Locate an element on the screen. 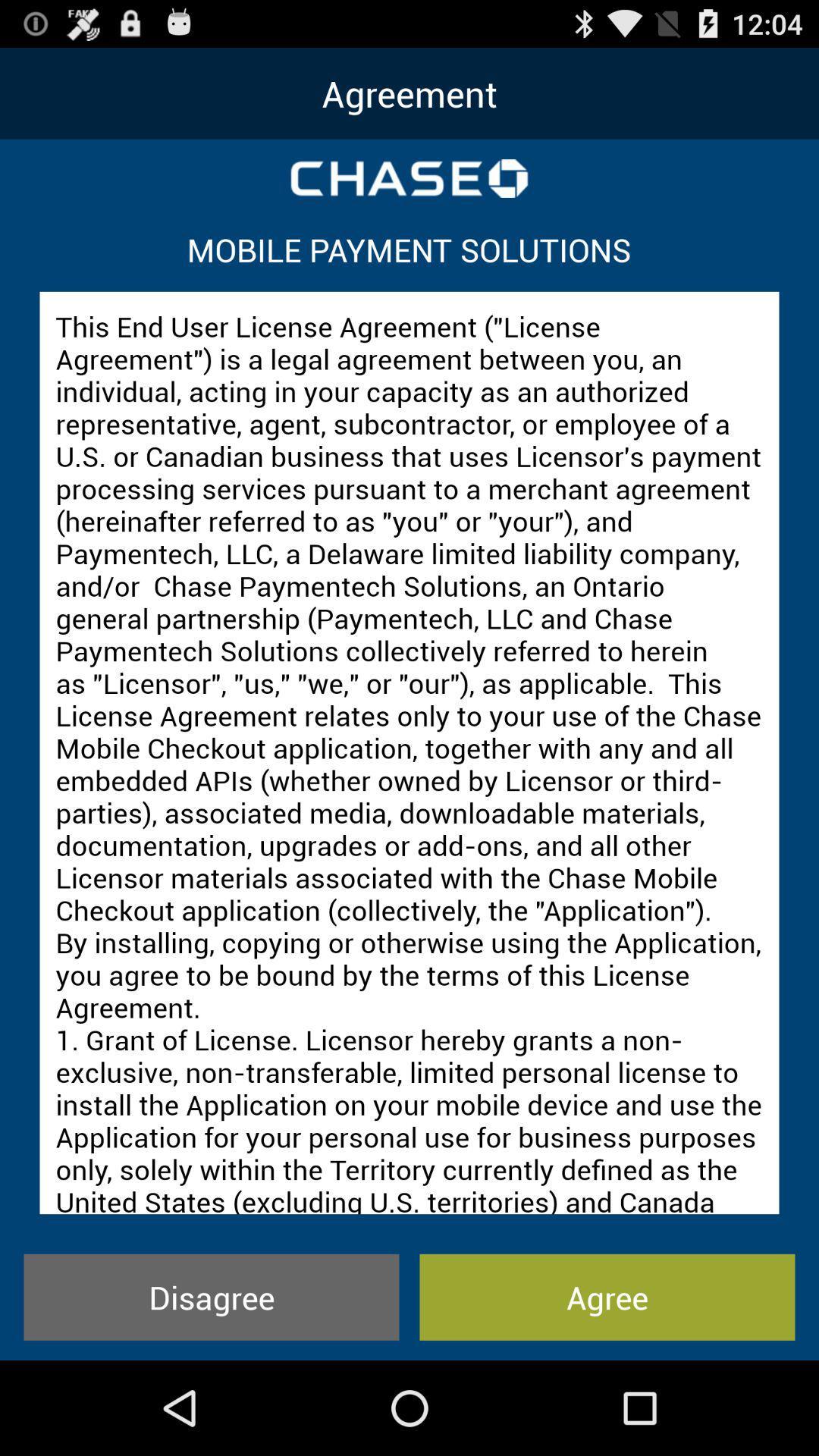  icon at the bottom left corner is located at coordinates (211, 1296).